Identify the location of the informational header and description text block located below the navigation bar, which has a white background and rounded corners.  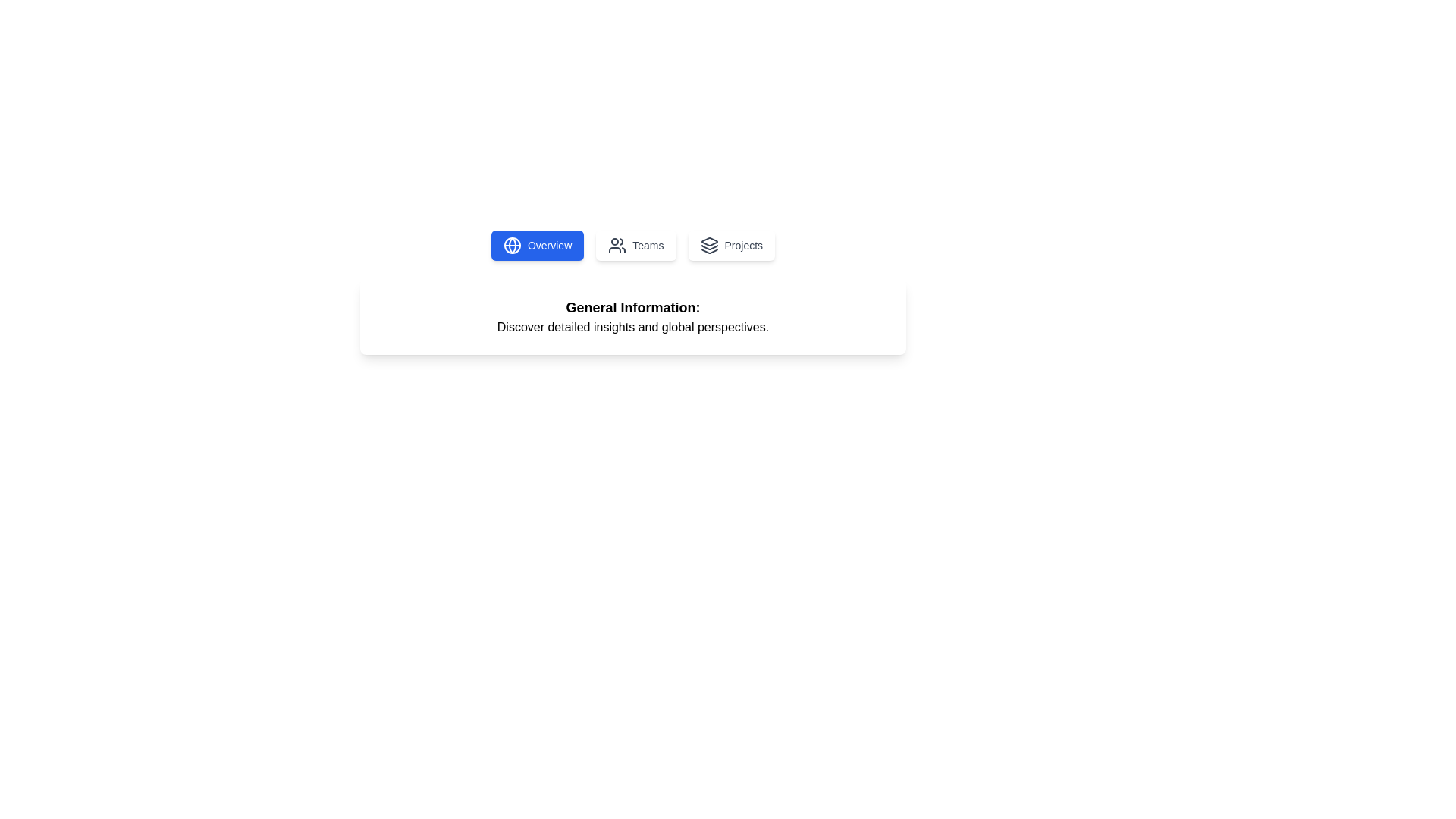
(633, 315).